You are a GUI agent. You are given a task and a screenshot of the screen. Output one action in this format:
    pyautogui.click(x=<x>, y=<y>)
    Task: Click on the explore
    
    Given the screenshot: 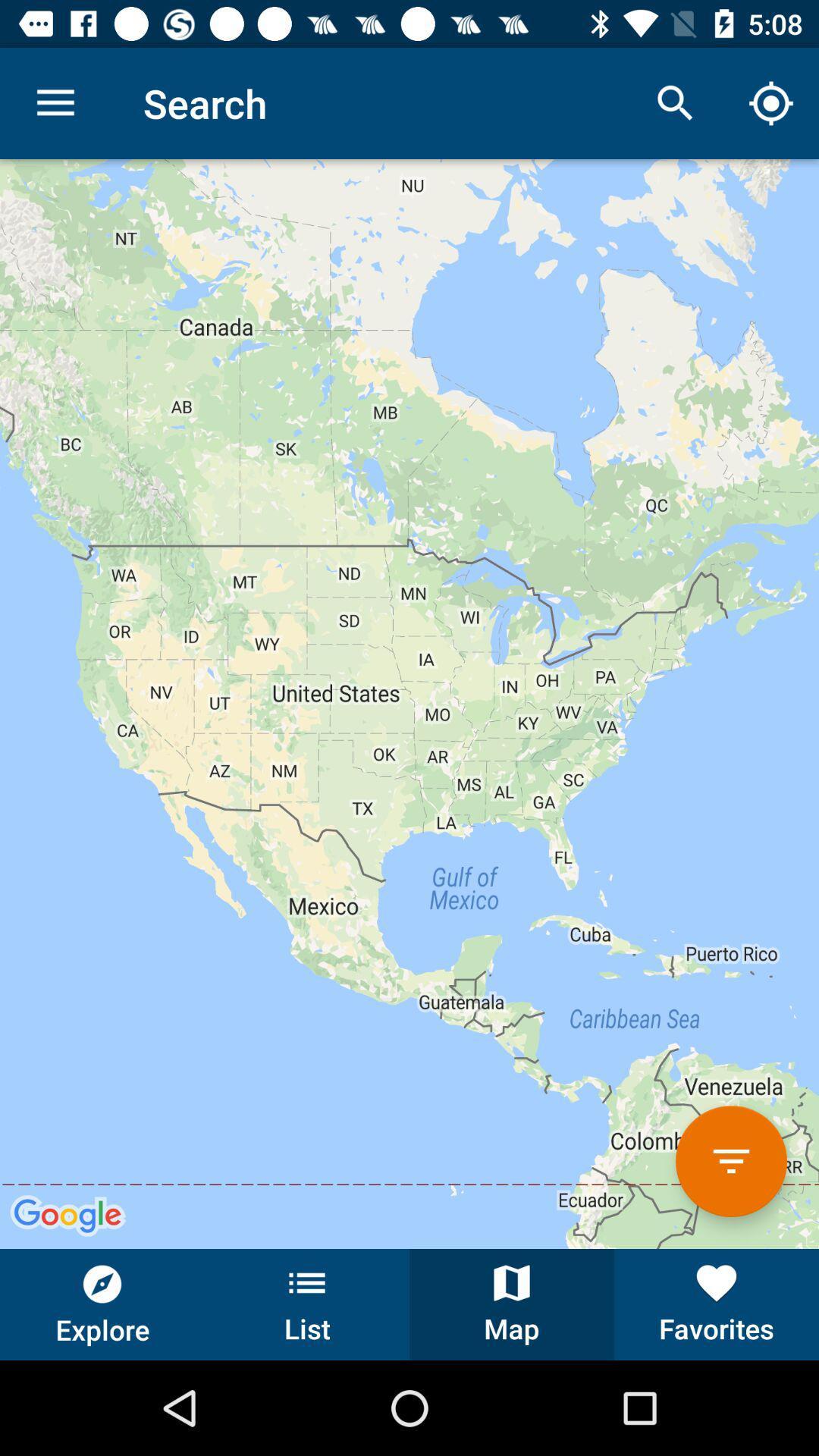 What is the action you would take?
    pyautogui.click(x=102, y=1304)
    